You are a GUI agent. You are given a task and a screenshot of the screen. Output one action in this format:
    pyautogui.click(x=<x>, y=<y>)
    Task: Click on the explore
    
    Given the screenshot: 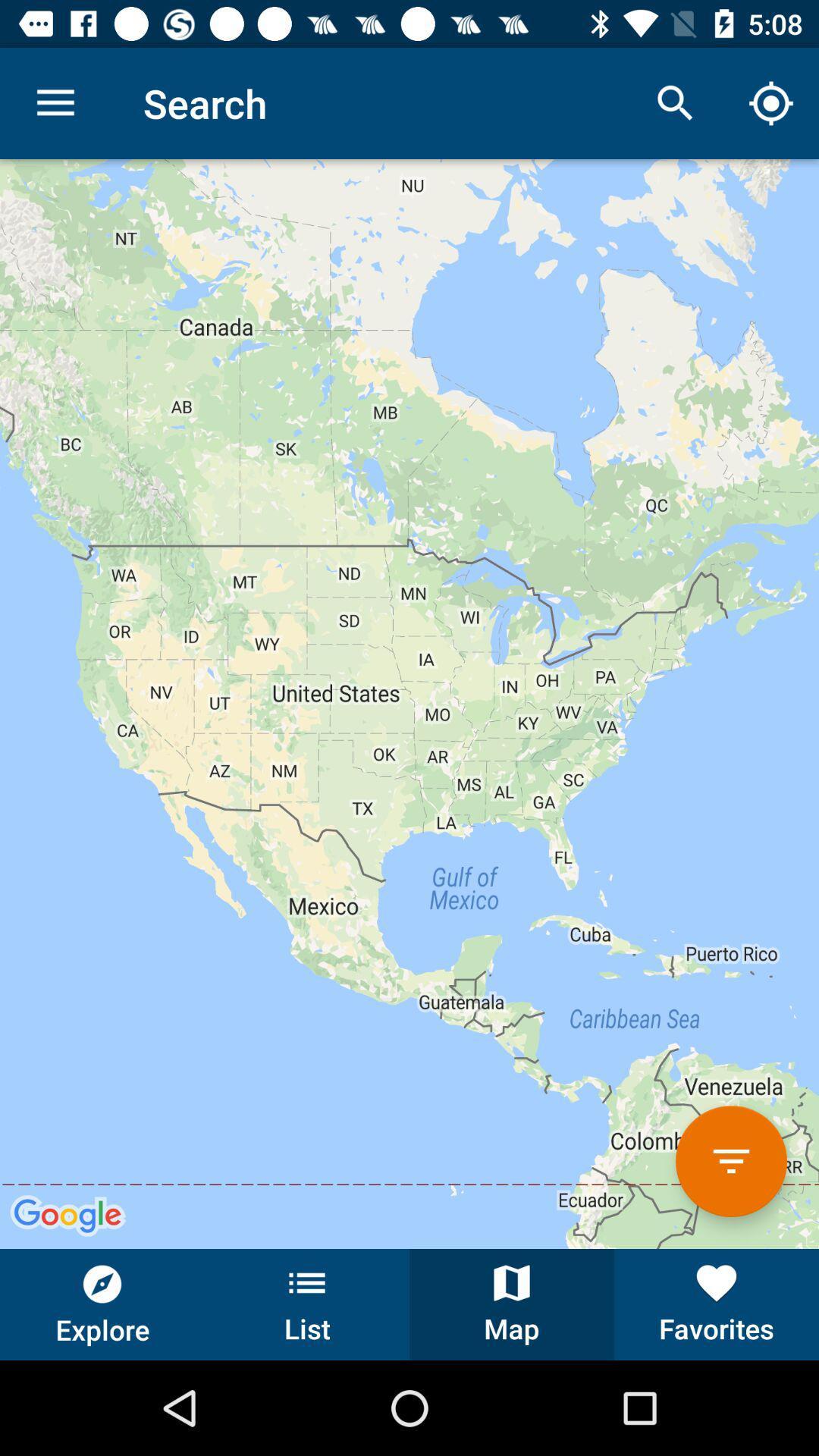 What is the action you would take?
    pyautogui.click(x=102, y=1304)
    